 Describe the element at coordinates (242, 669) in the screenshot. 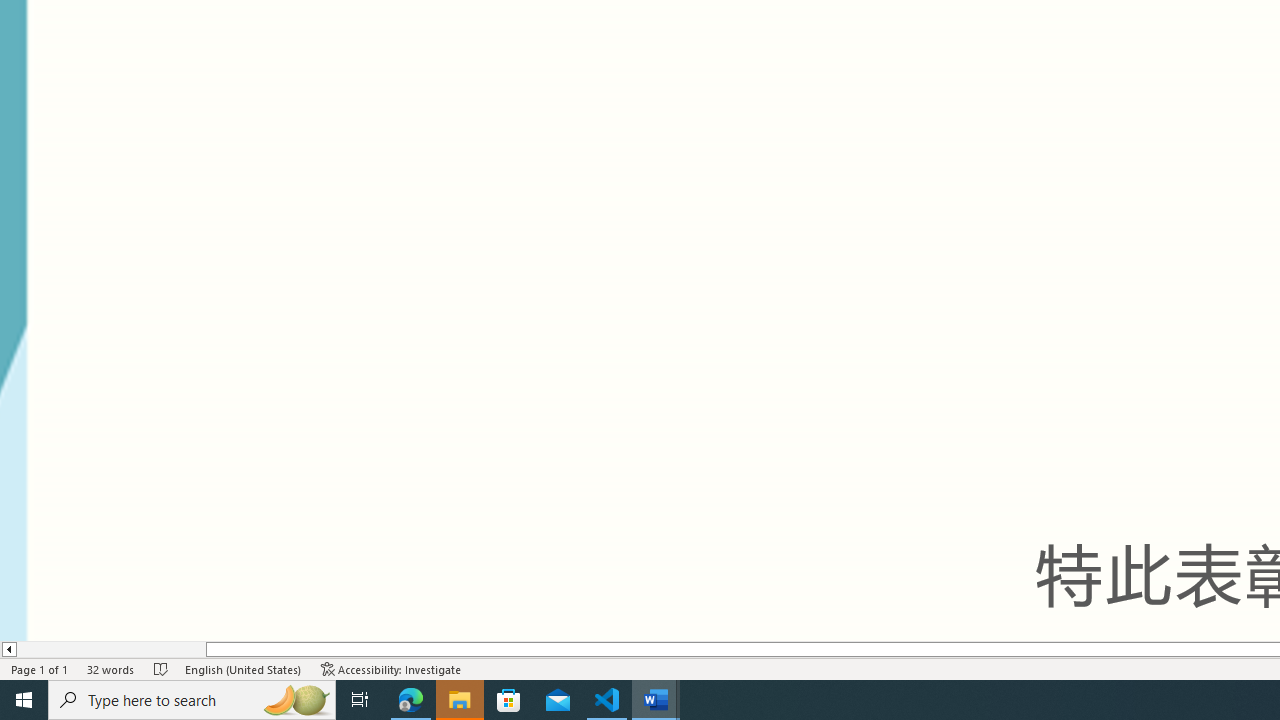

I see `'Language English (United States)'` at that location.